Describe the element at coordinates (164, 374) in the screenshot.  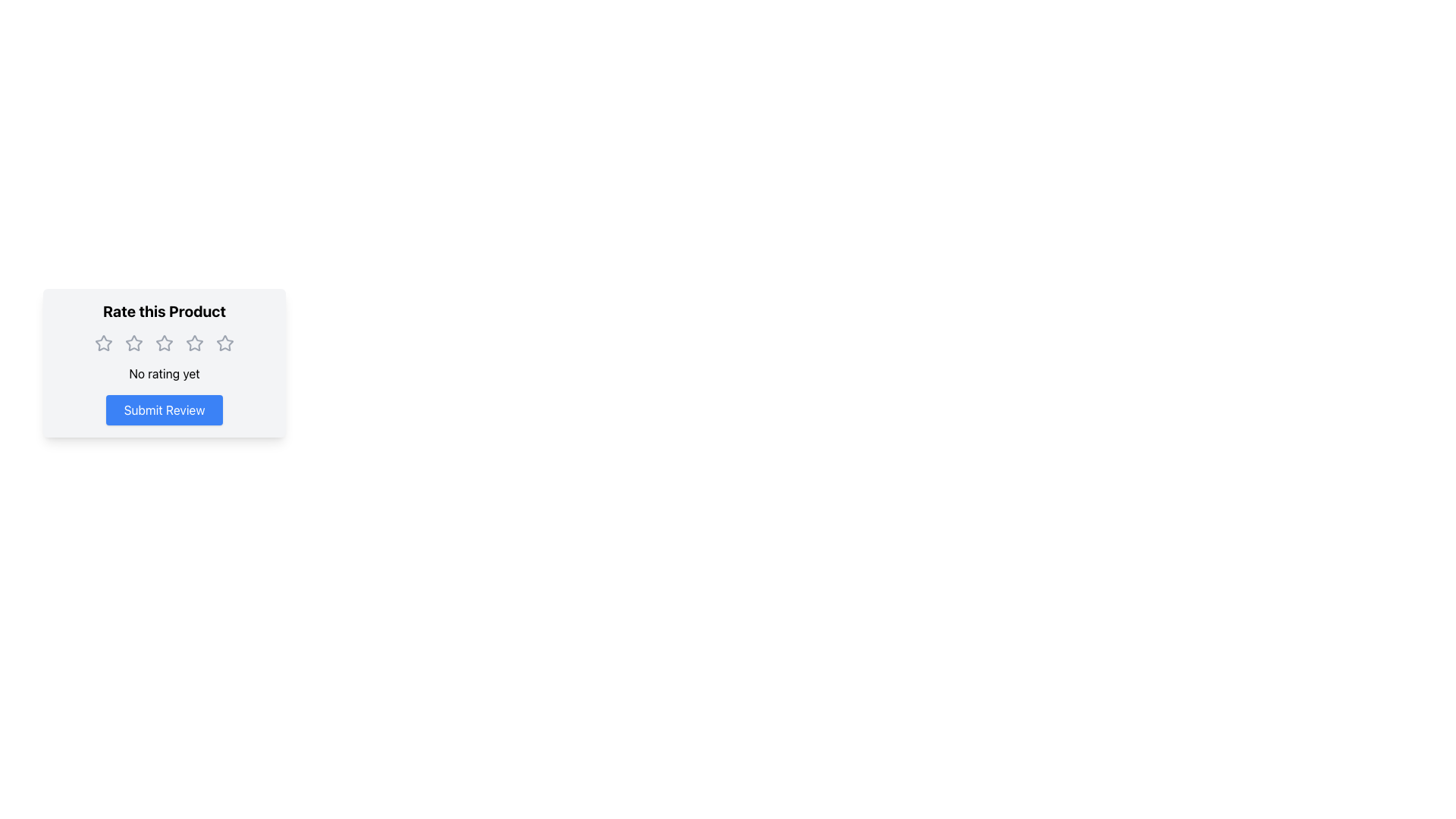
I see `the Static Text Label that displays the current status of ratings for the product, indicating no ratings have been provided yet, located within the 'Rate this Product' card layout` at that location.